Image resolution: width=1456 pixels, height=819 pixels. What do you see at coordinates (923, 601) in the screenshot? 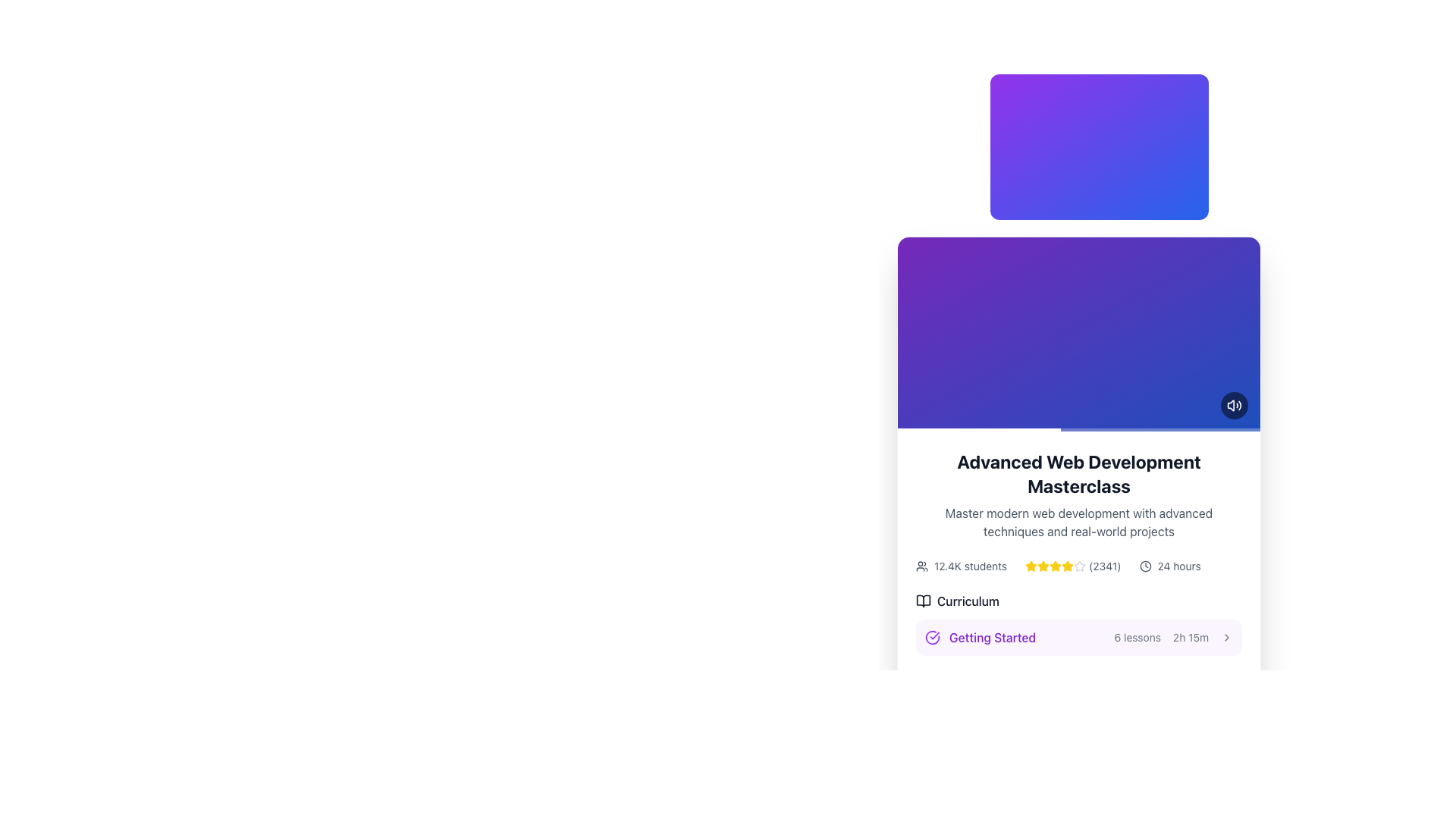
I see `the 'Curriculum' icon located near the top-left corner of the content box, to the left of the text labeled 'Curriculum'` at bounding box center [923, 601].